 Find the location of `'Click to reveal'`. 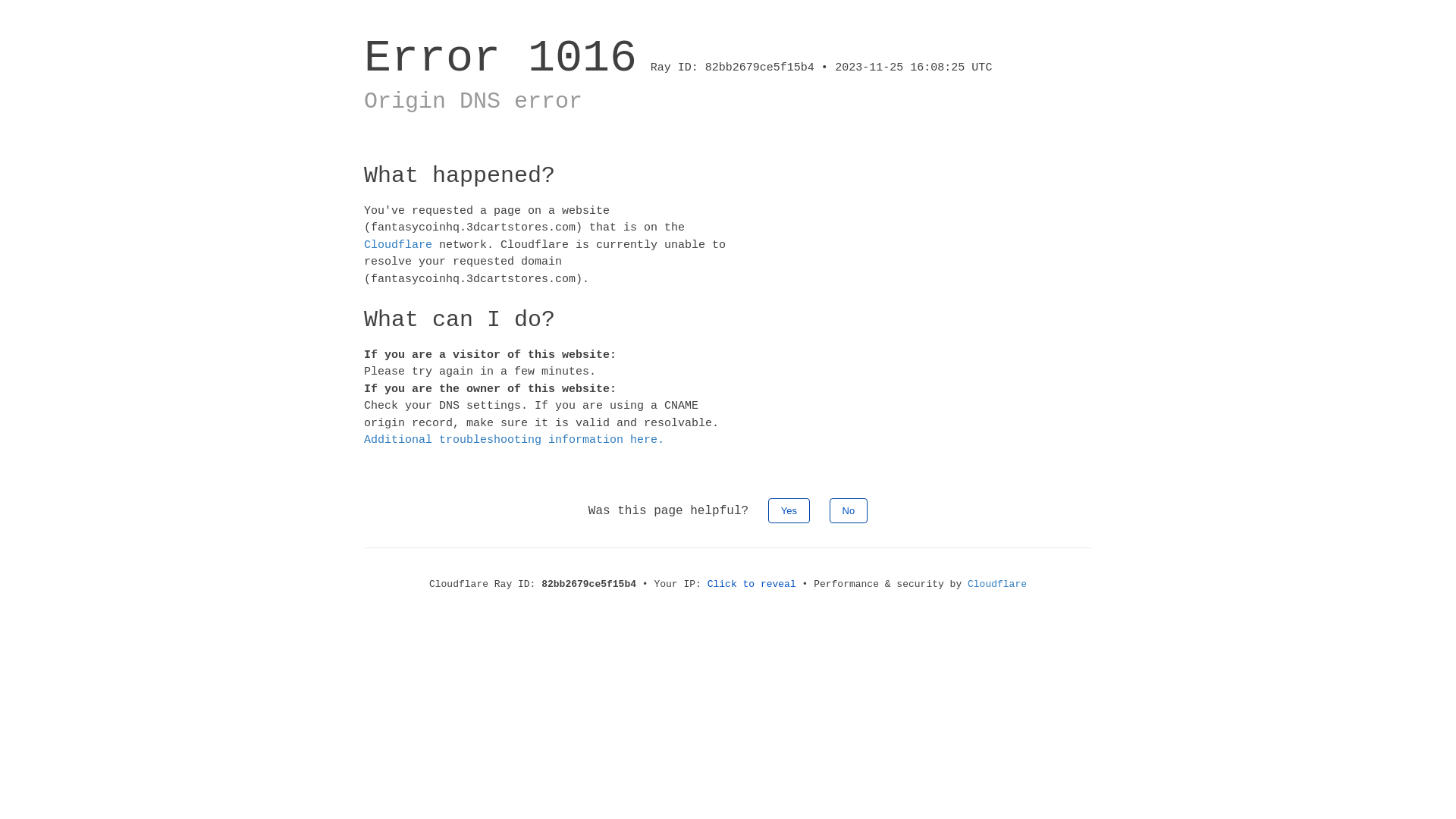

'Click to reveal' is located at coordinates (752, 582).